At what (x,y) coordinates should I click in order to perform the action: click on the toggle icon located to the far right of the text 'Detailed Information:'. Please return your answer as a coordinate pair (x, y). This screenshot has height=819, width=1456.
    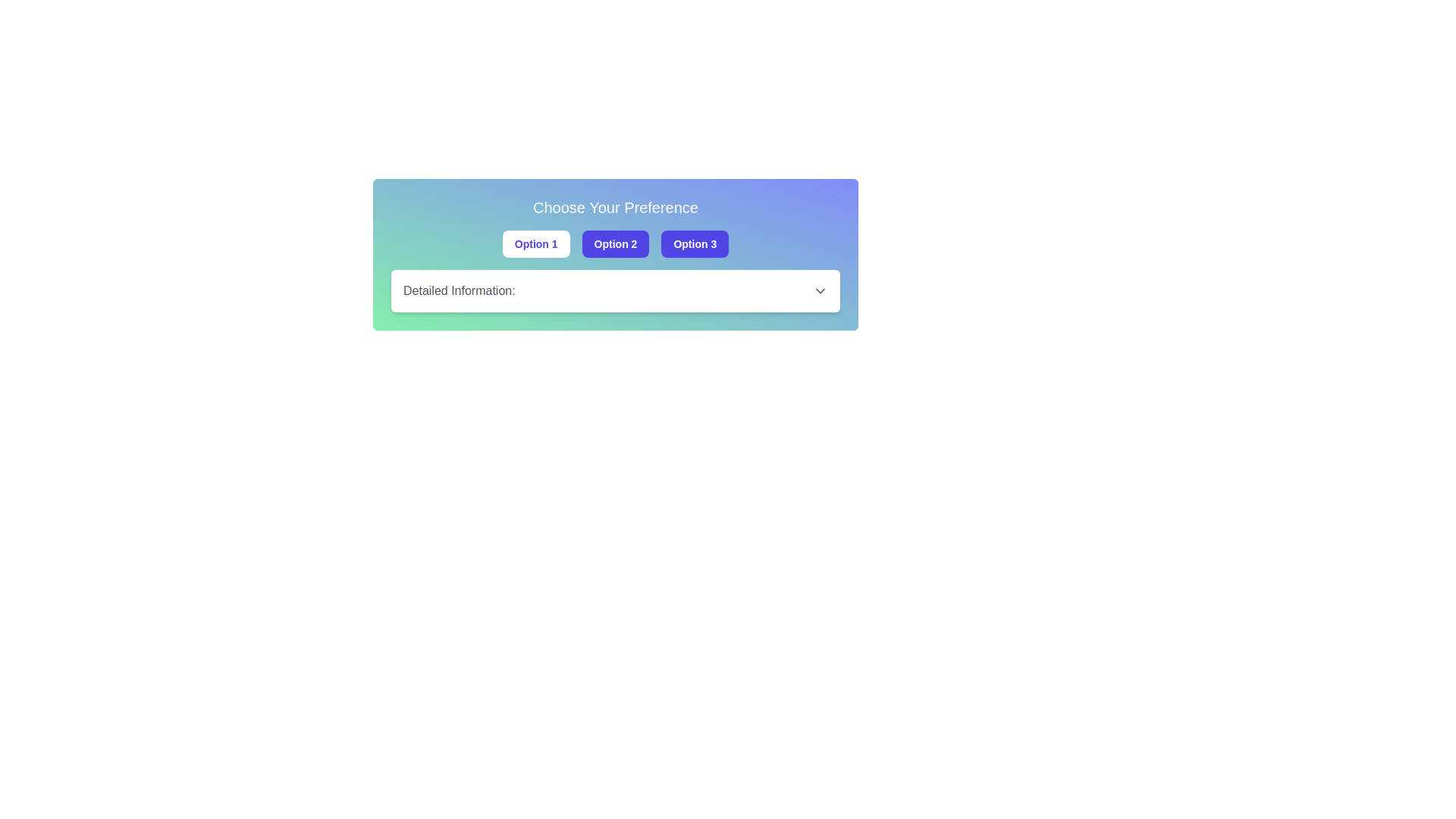
    Looking at the image, I should click on (819, 291).